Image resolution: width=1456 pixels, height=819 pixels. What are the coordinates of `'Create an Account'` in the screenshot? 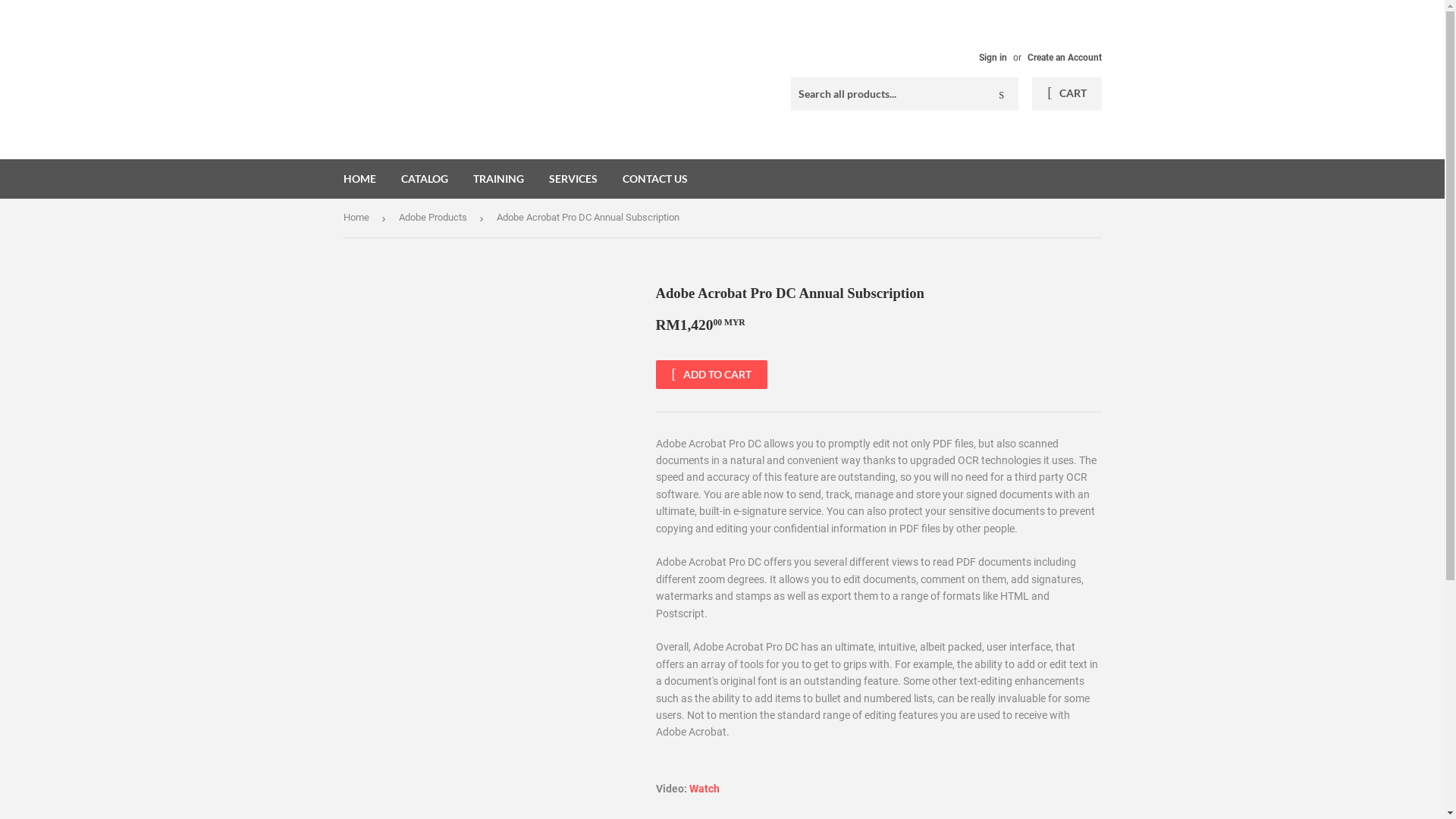 It's located at (1062, 57).